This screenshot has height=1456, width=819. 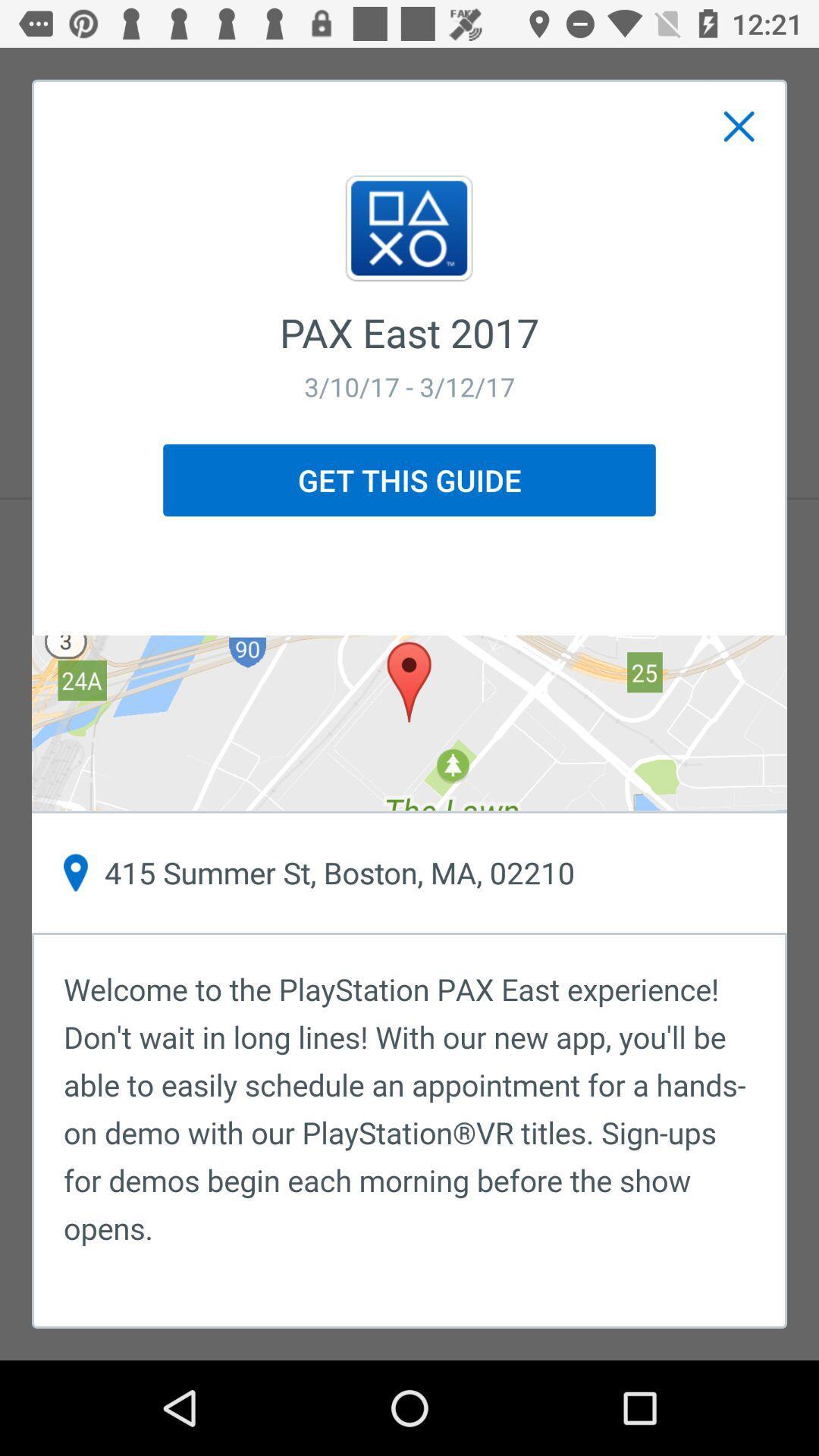 I want to click on the close icon, so click(x=739, y=127).